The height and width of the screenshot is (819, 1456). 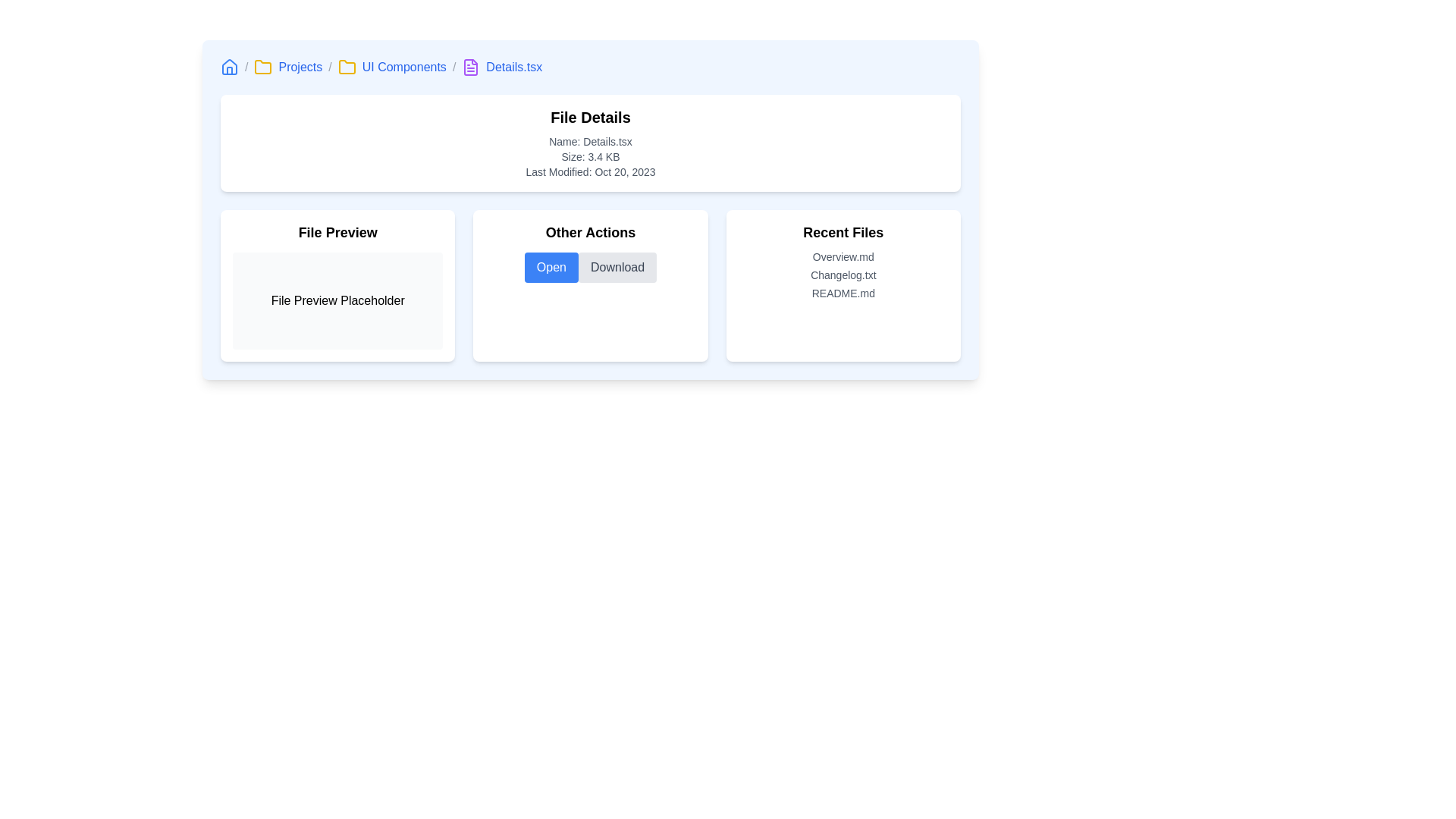 What do you see at coordinates (228, 66) in the screenshot?
I see `the blue house icon in the breadcrumb navigation` at bounding box center [228, 66].